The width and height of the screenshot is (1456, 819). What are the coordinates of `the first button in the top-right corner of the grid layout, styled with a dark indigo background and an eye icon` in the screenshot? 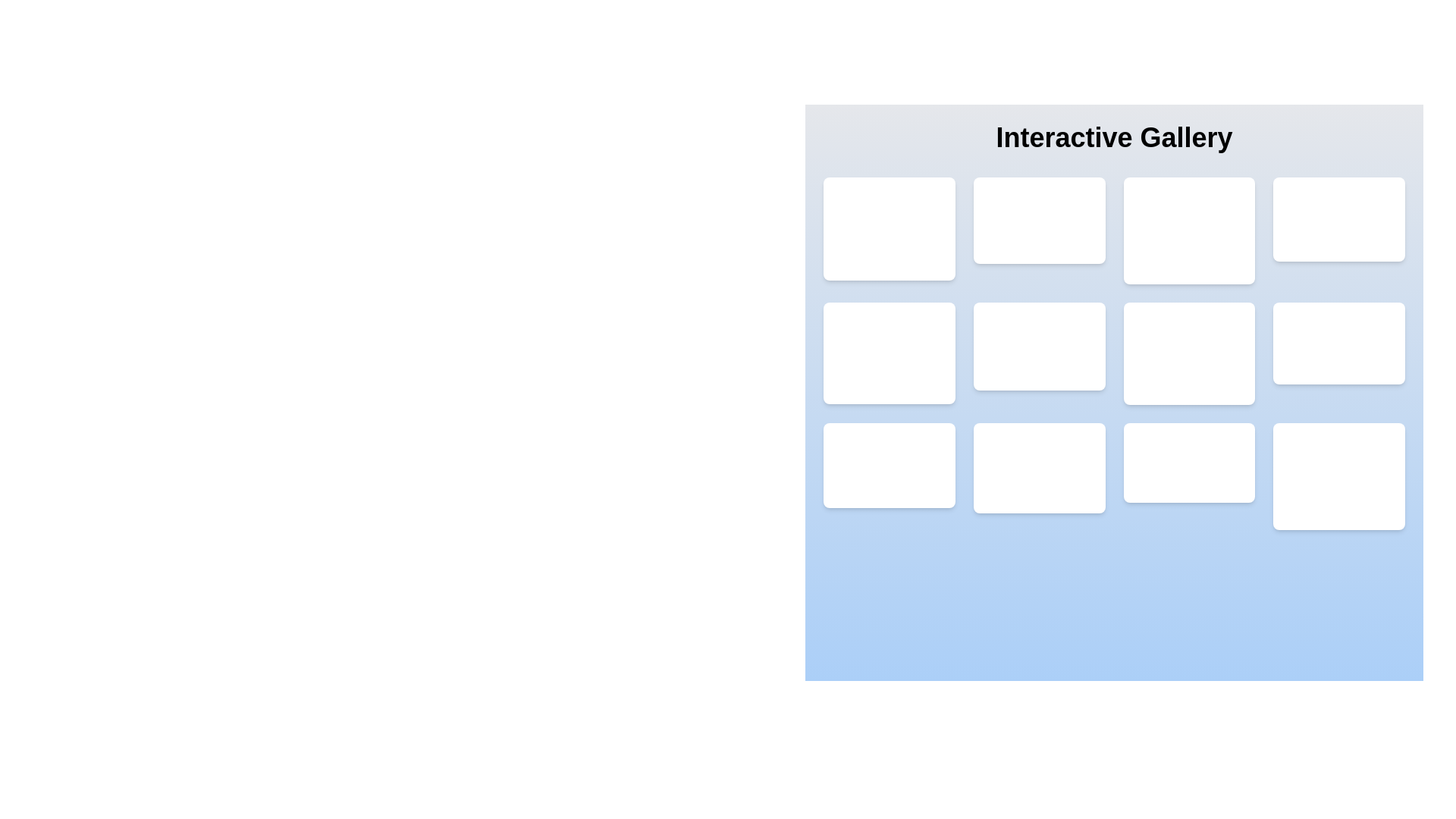 It's located at (1320, 253).